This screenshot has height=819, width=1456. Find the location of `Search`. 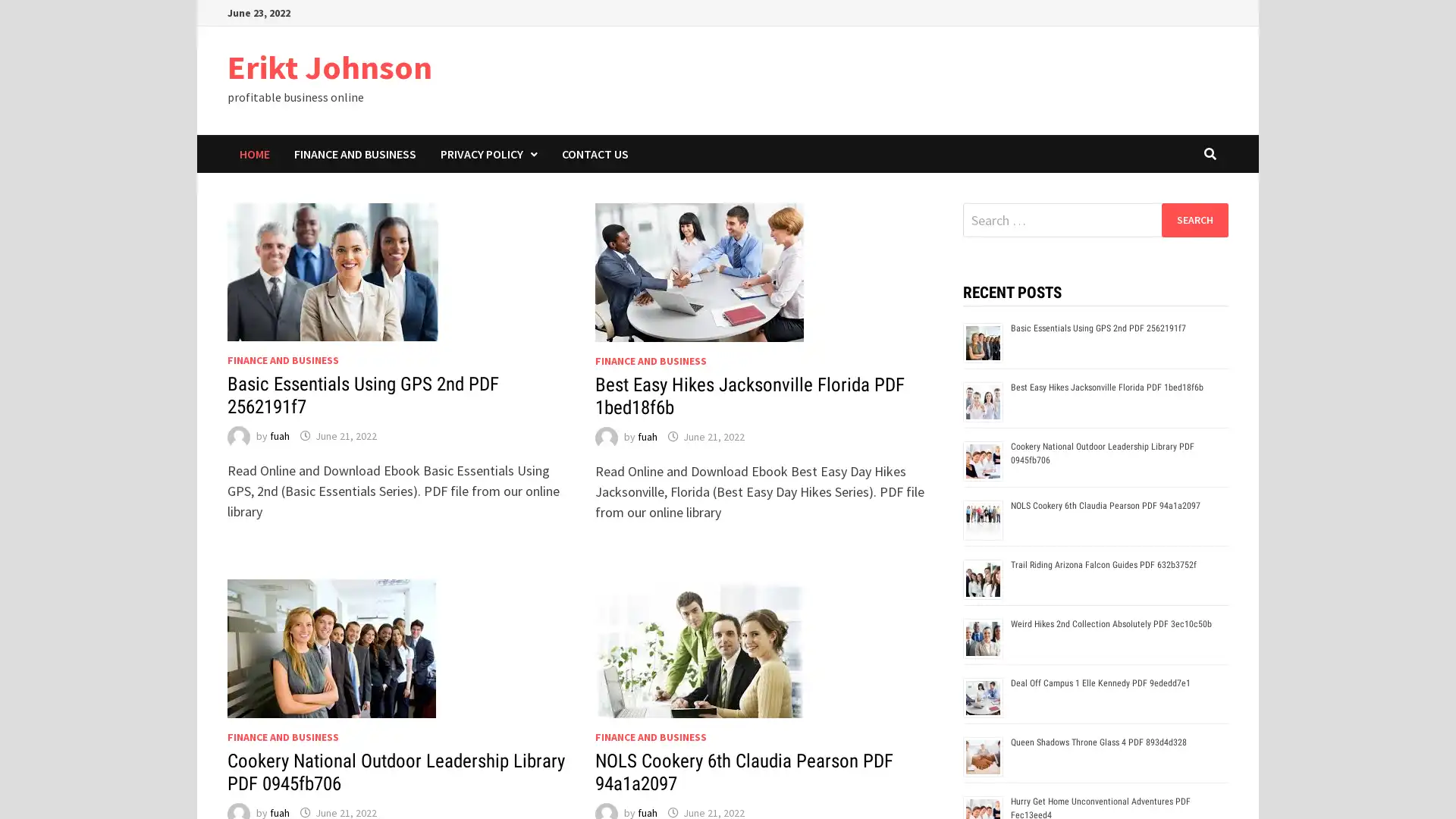

Search is located at coordinates (1194, 219).